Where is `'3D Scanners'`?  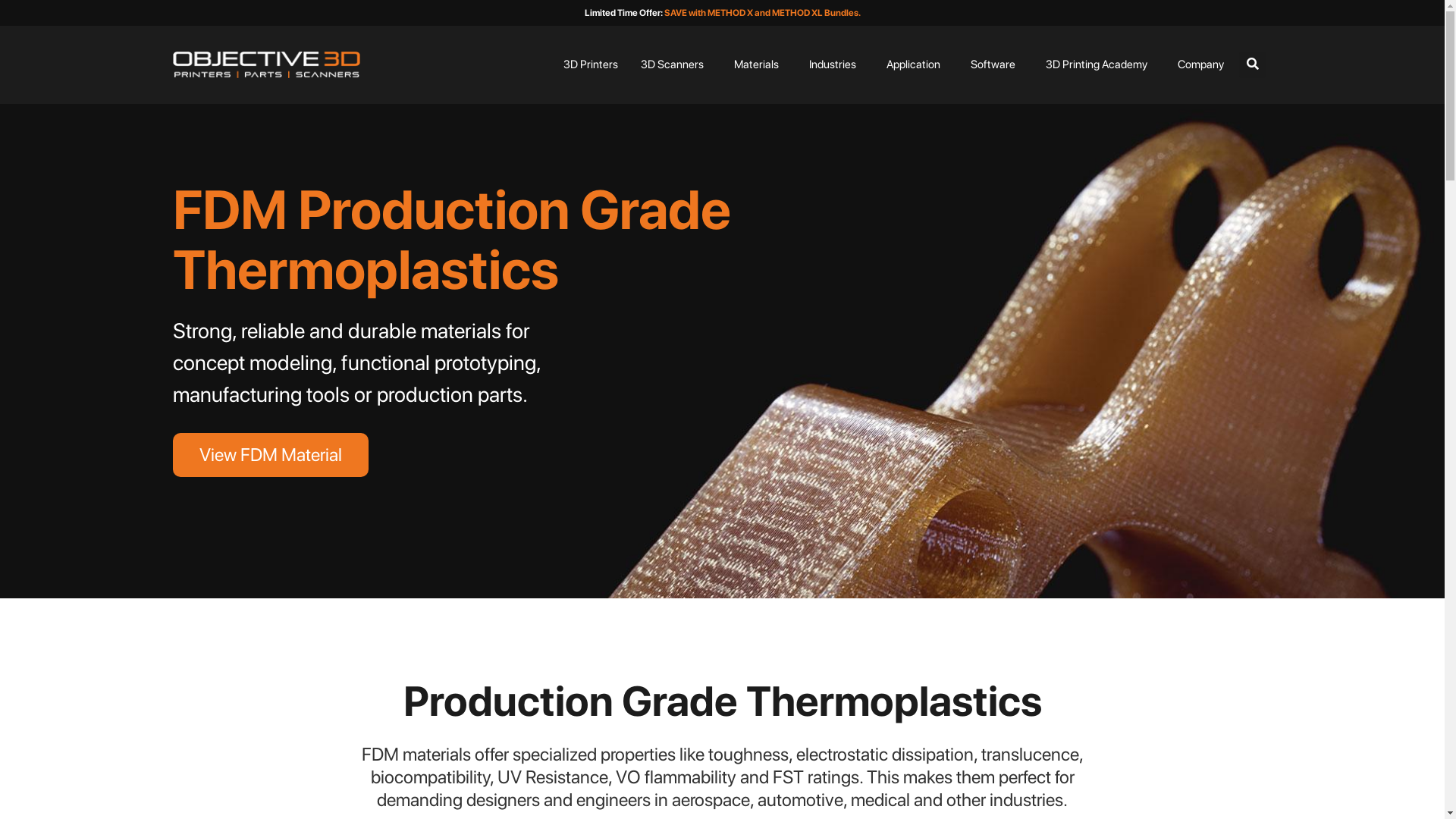
'3D Scanners' is located at coordinates (671, 64).